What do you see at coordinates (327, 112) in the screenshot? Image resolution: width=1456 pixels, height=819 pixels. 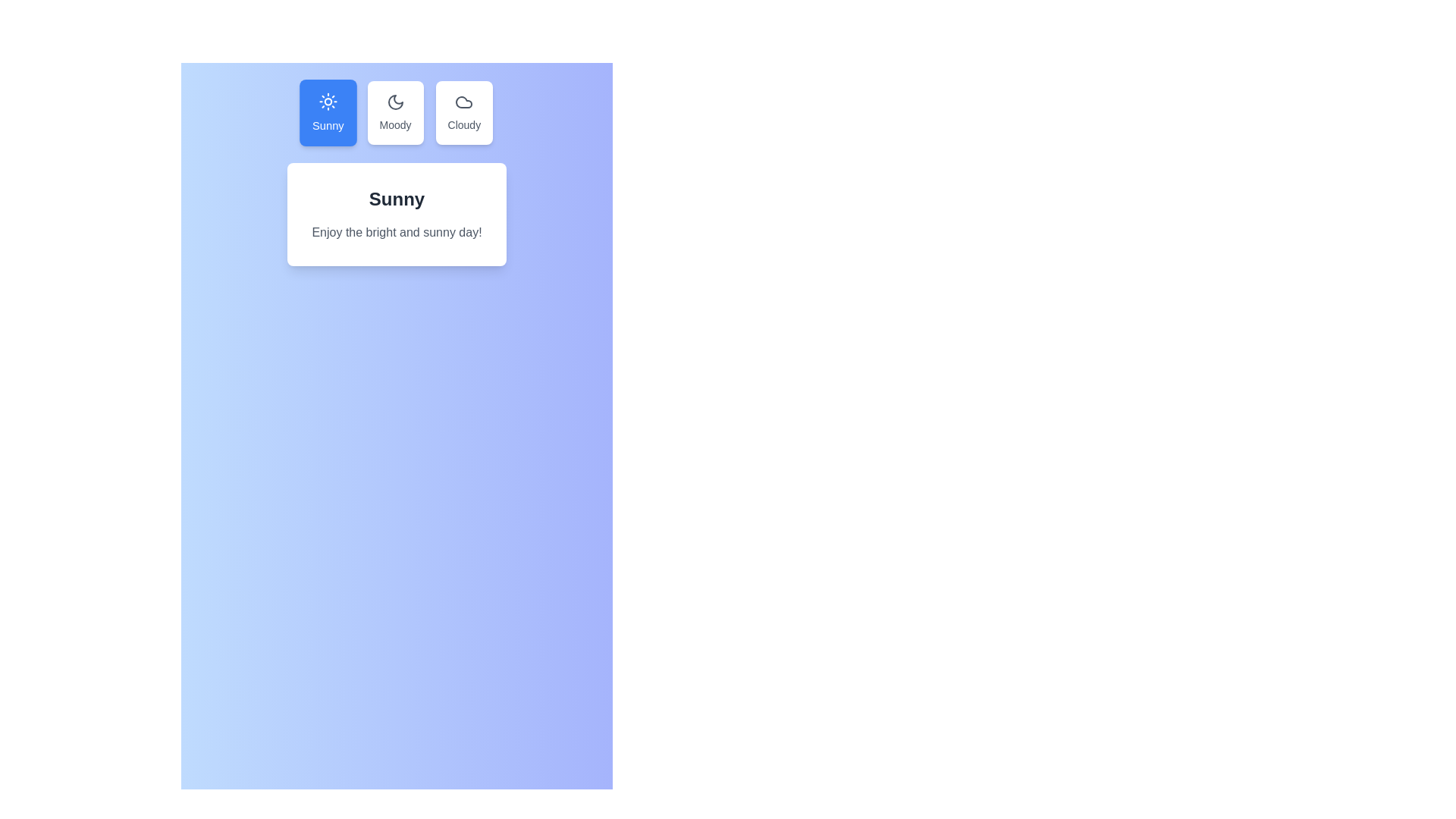 I see `the weather tab labeled Sunny and read its content` at bounding box center [327, 112].